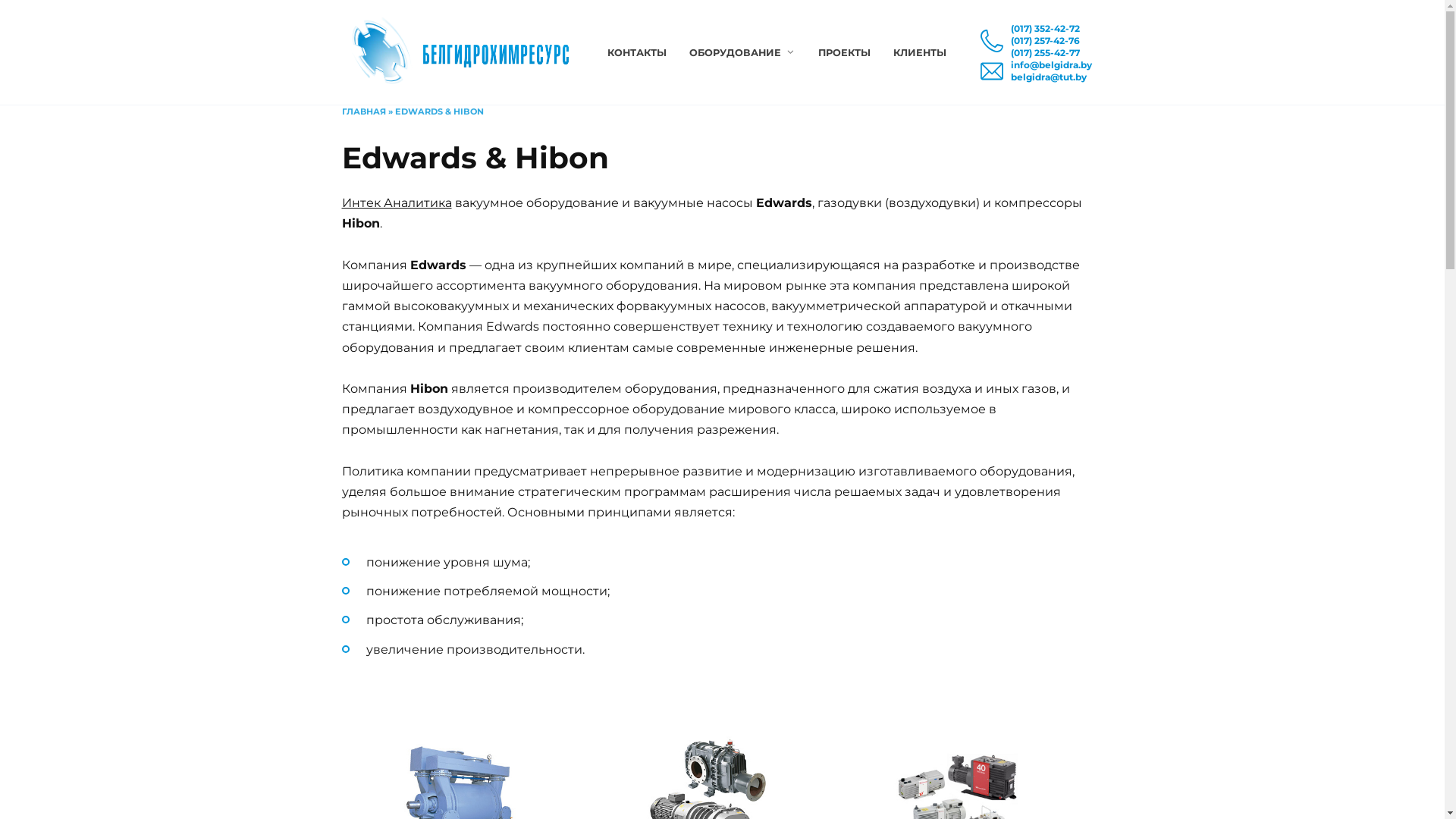 This screenshot has height=819, width=1456. What do you see at coordinates (1009, 52) in the screenshot?
I see `'(017) 255-42-77'` at bounding box center [1009, 52].